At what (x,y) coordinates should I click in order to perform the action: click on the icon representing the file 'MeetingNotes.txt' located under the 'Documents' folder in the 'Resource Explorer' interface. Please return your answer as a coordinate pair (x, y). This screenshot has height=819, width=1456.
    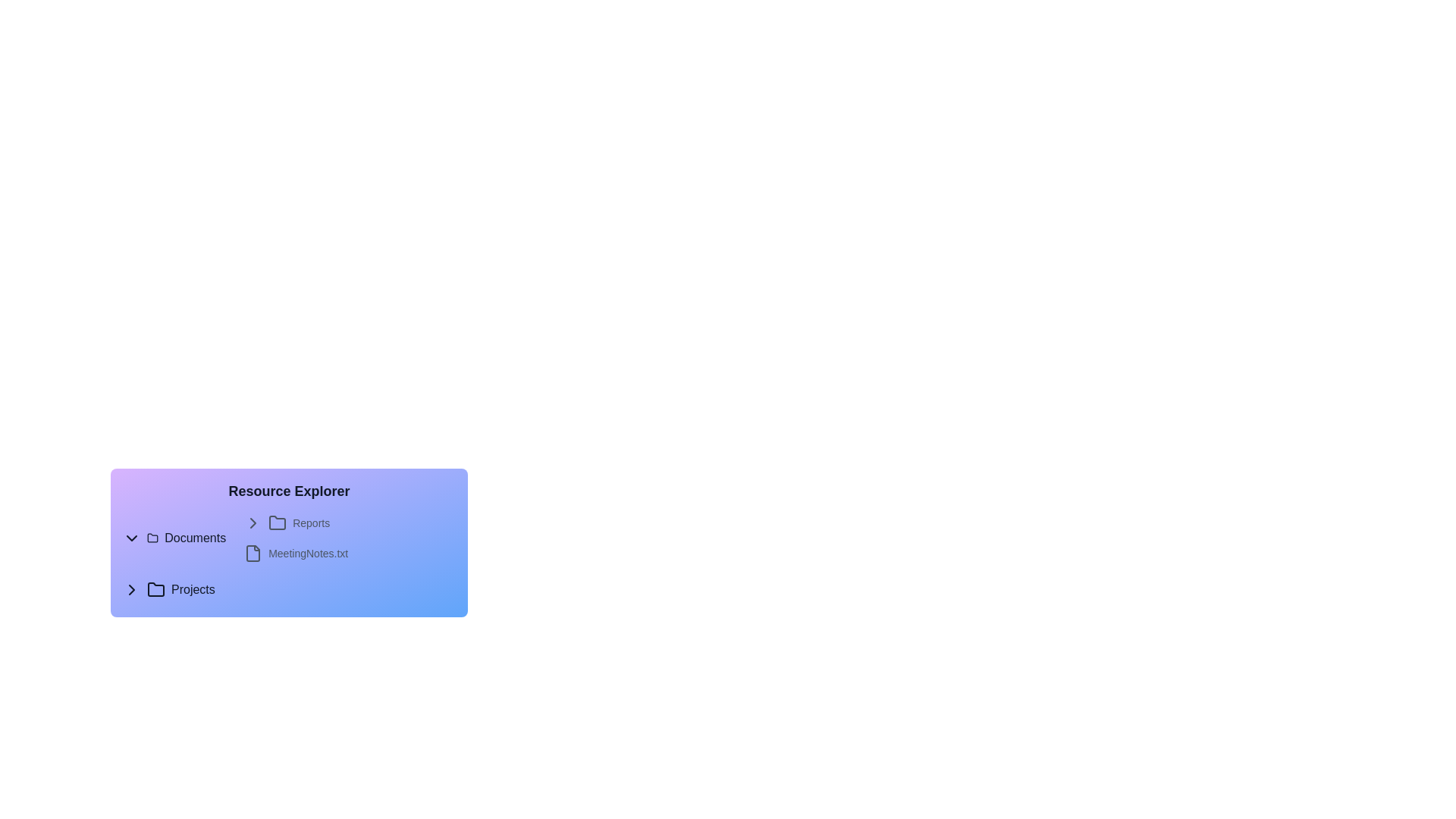
    Looking at the image, I should click on (253, 553).